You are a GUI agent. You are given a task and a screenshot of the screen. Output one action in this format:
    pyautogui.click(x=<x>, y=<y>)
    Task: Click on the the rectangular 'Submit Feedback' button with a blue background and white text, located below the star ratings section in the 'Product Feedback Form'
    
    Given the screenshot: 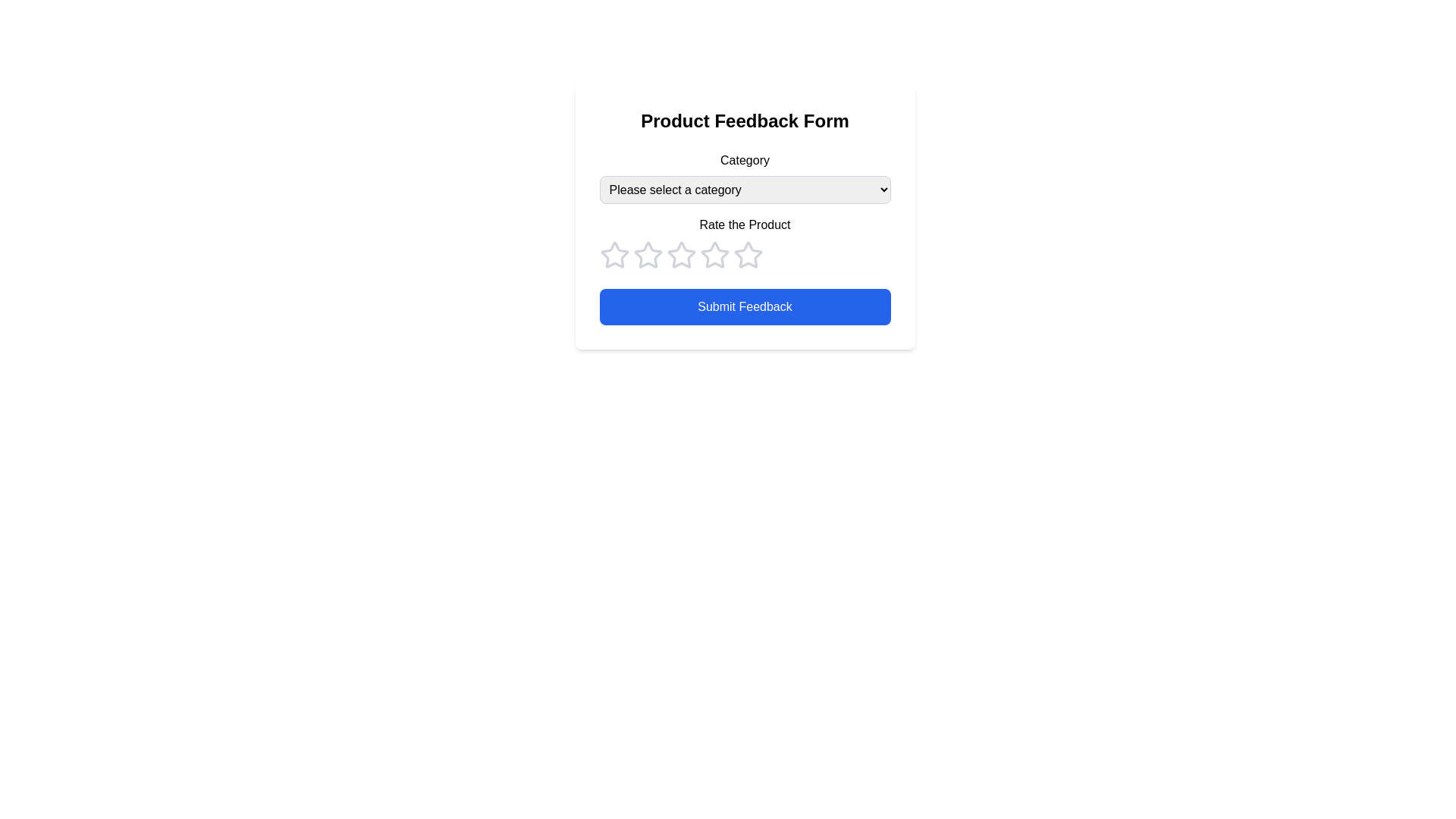 What is the action you would take?
    pyautogui.click(x=745, y=307)
    